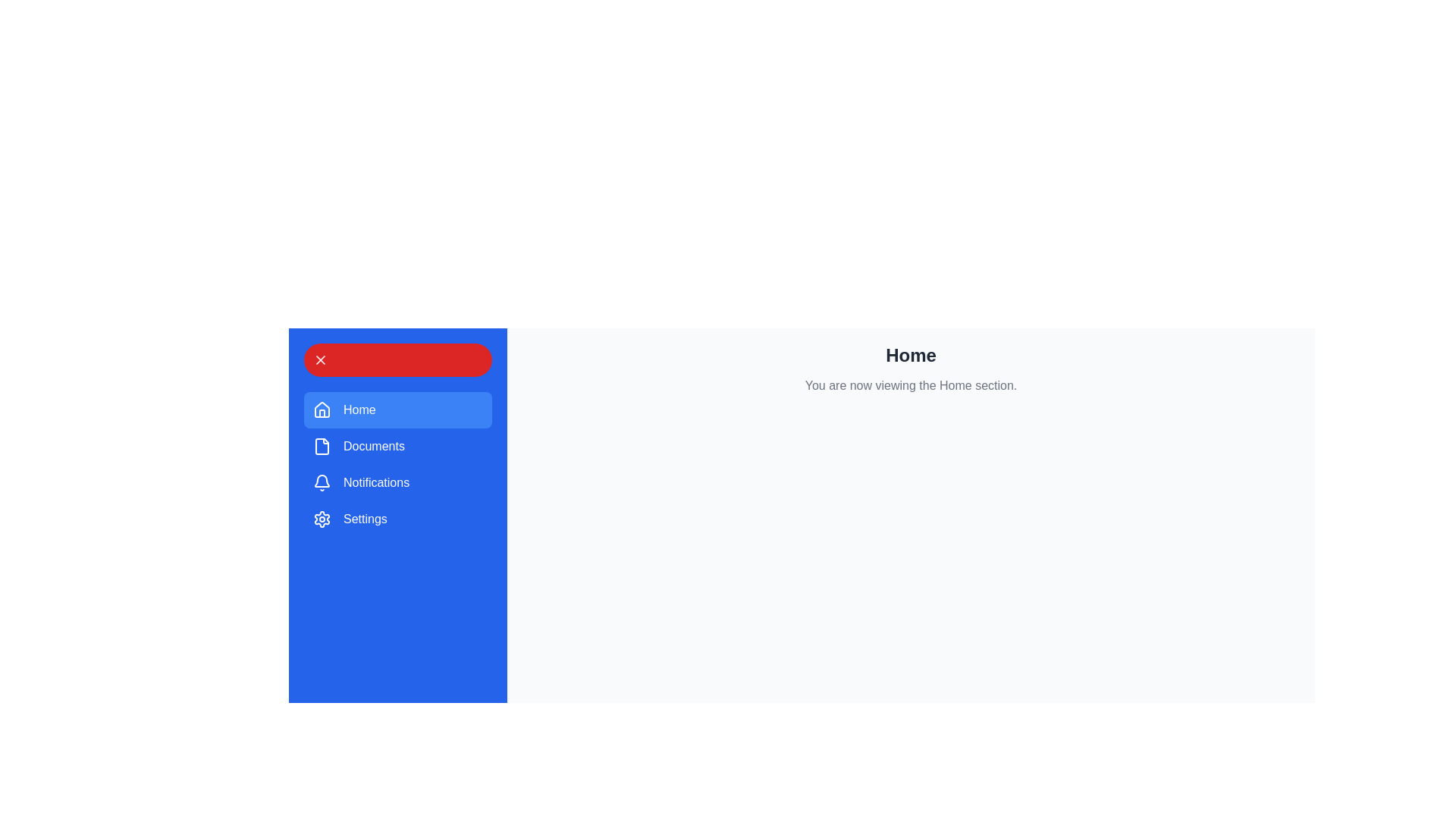  I want to click on the menu item Home from the drawer menu, so click(397, 409).